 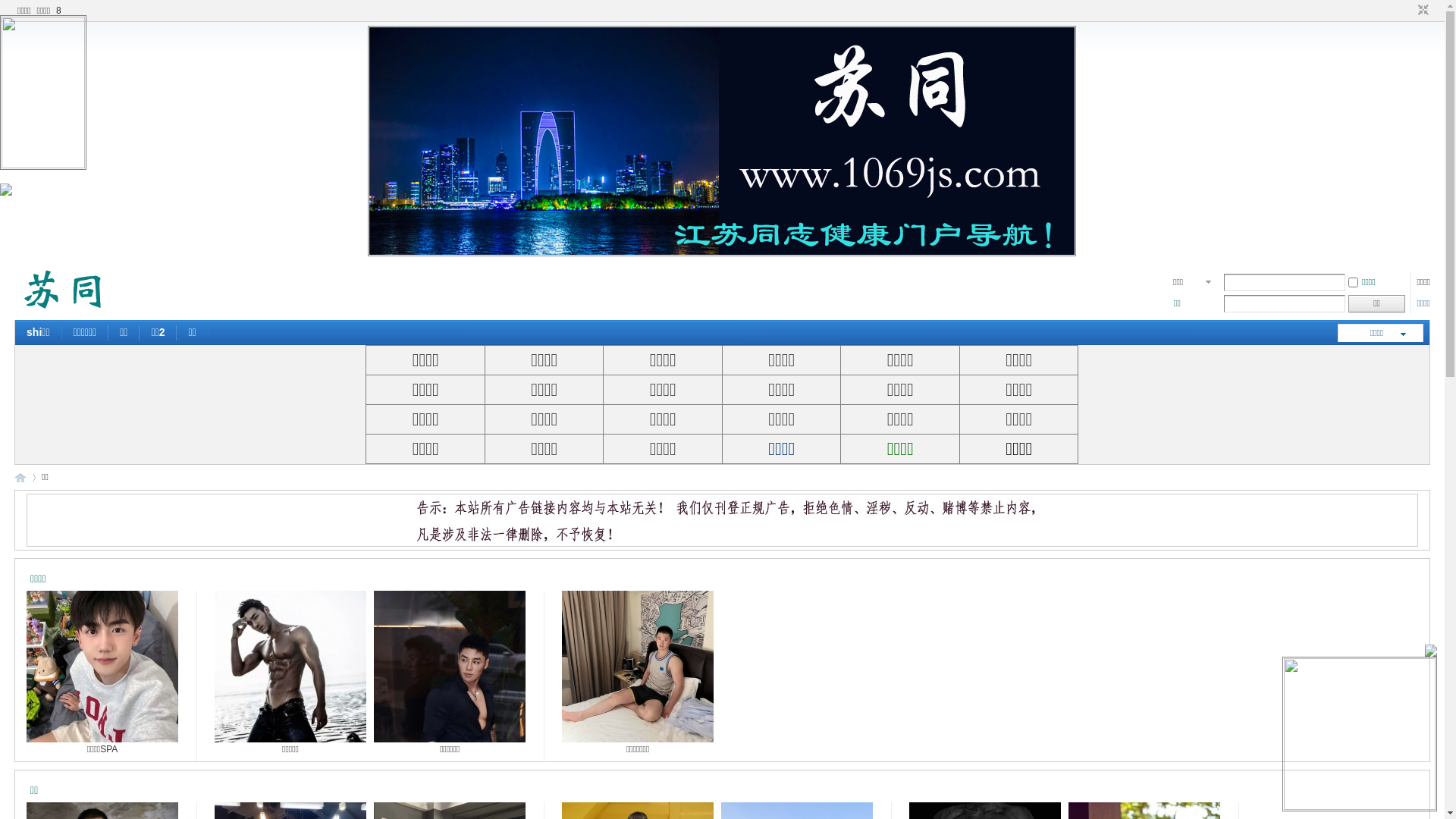 I want to click on '8', so click(x=58, y=11).